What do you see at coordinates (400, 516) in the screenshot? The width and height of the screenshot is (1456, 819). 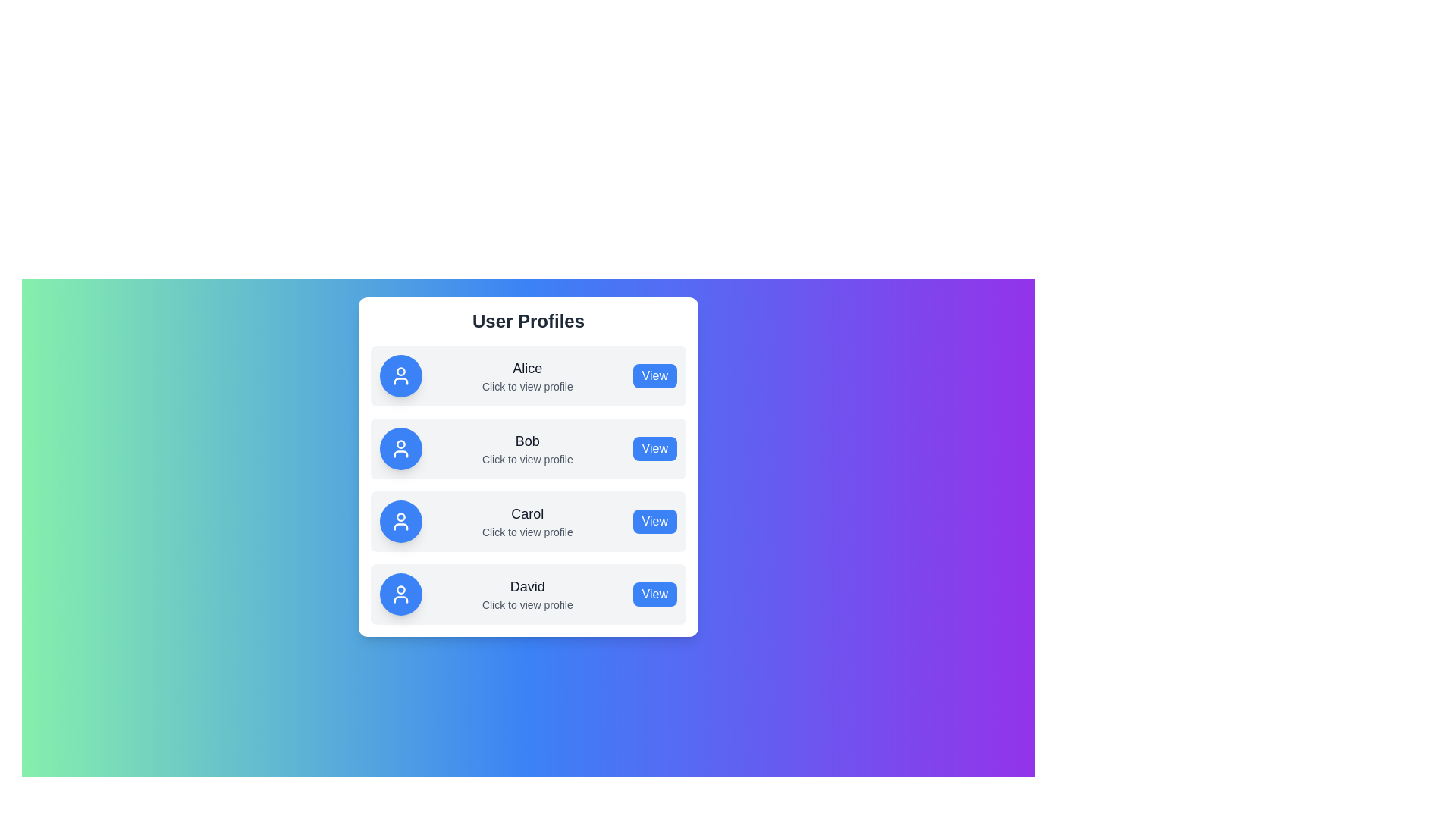 I see `the circular placeholder icon representing the profile picture of the third user, 'Carol', located within the profile card in the vertical user list` at bounding box center [400, 516].